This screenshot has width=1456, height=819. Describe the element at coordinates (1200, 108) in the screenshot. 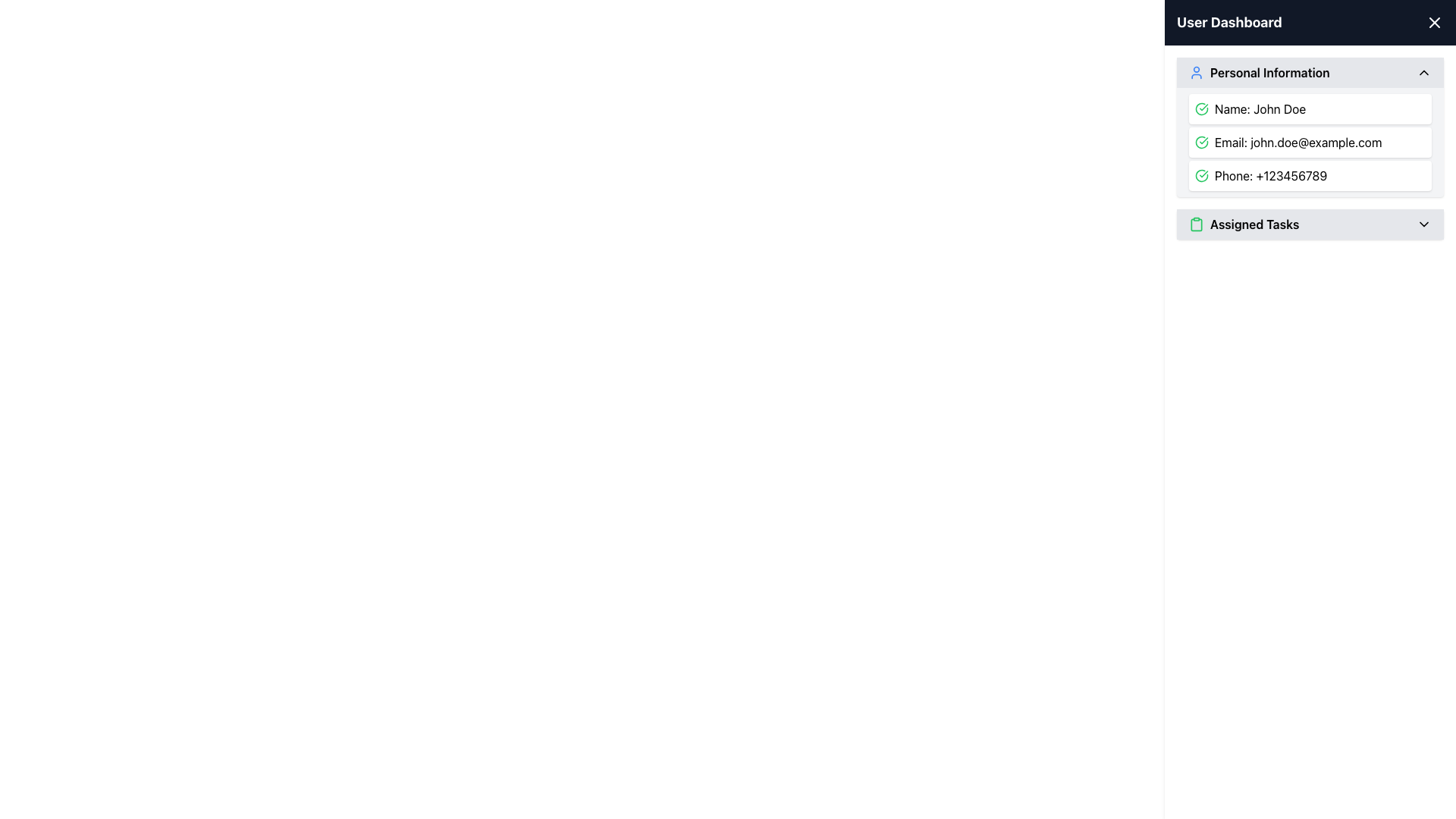

I see `the decorative status-indicating icon located in the 'Personal Information' section next to the 'Name: John Doe' label` at that location.